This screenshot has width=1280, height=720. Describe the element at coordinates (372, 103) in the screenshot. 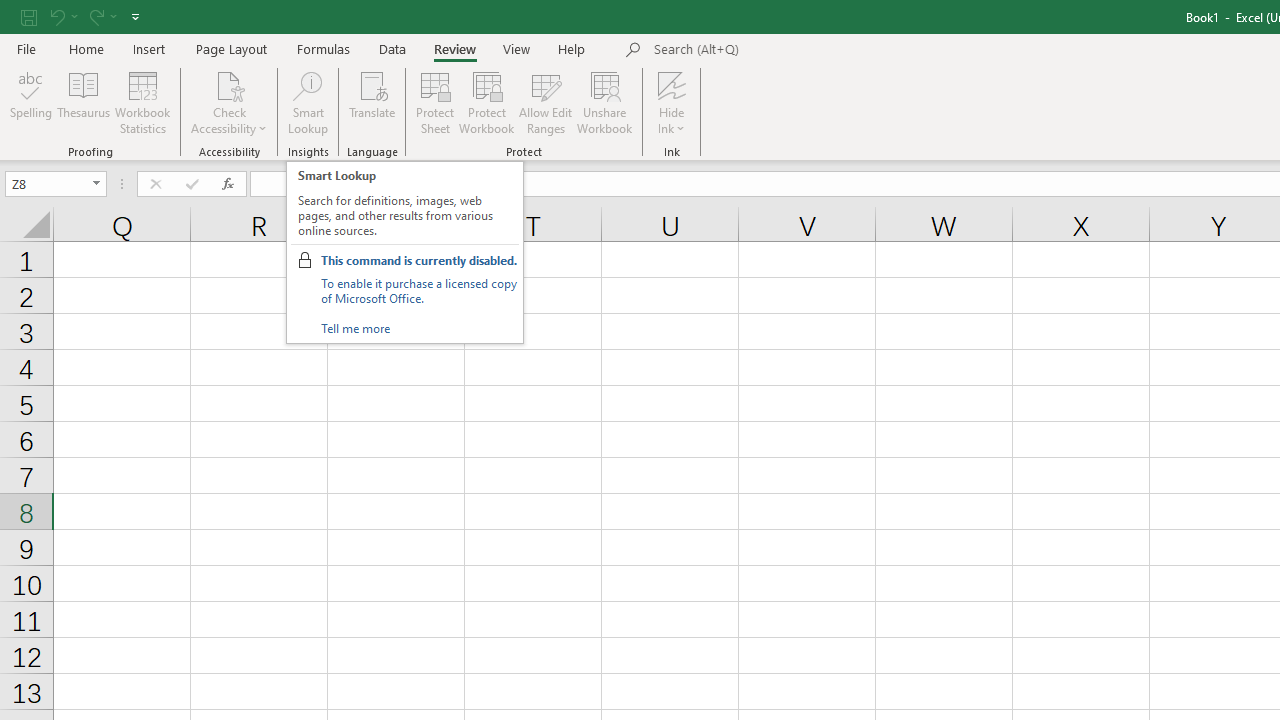

I see `'Translate'` at that location.